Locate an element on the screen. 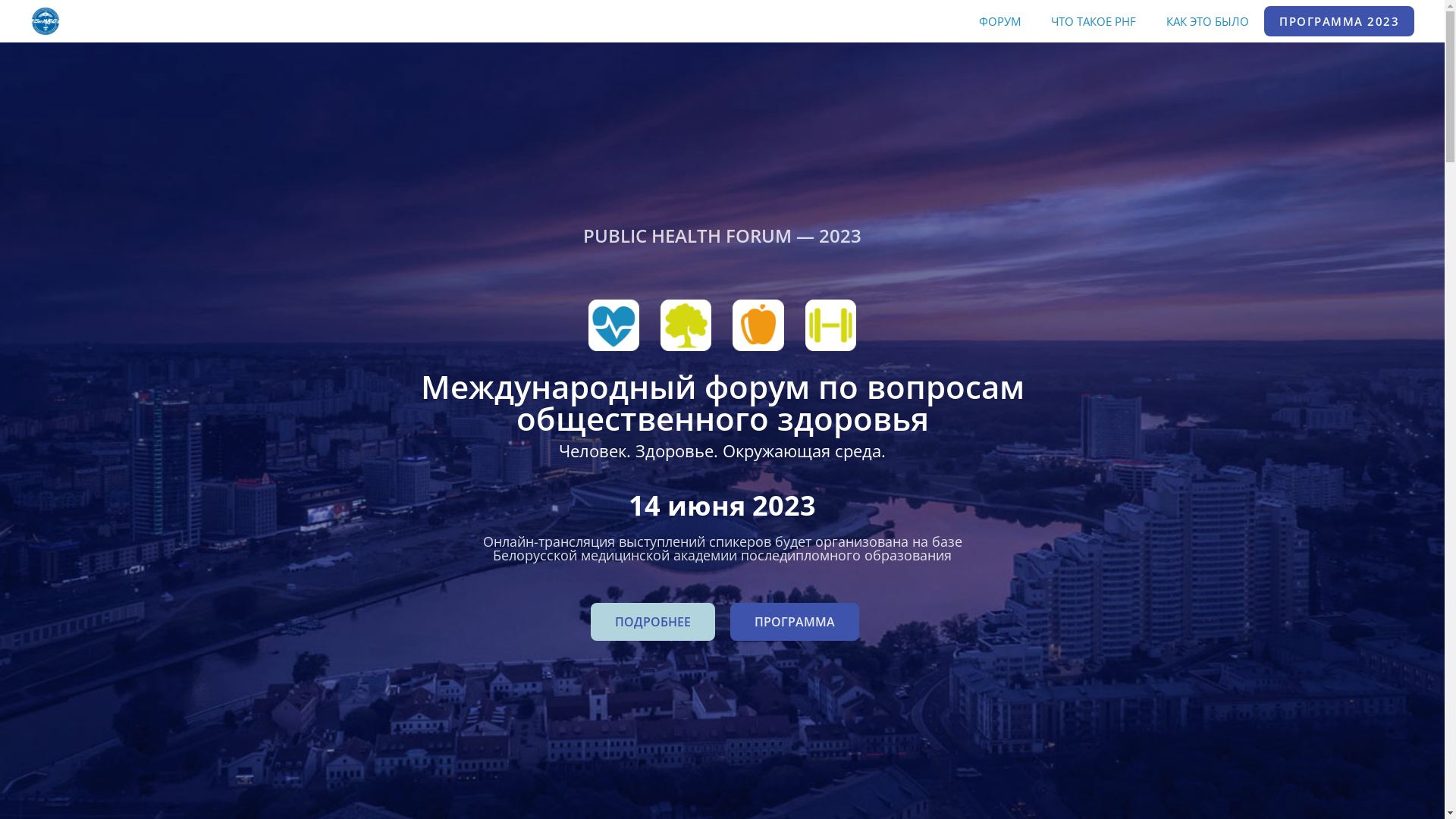 Image resolution: width=1456 pixels, height=819 pixels. 'healthforum.by' is located at coordinates (30, 20).